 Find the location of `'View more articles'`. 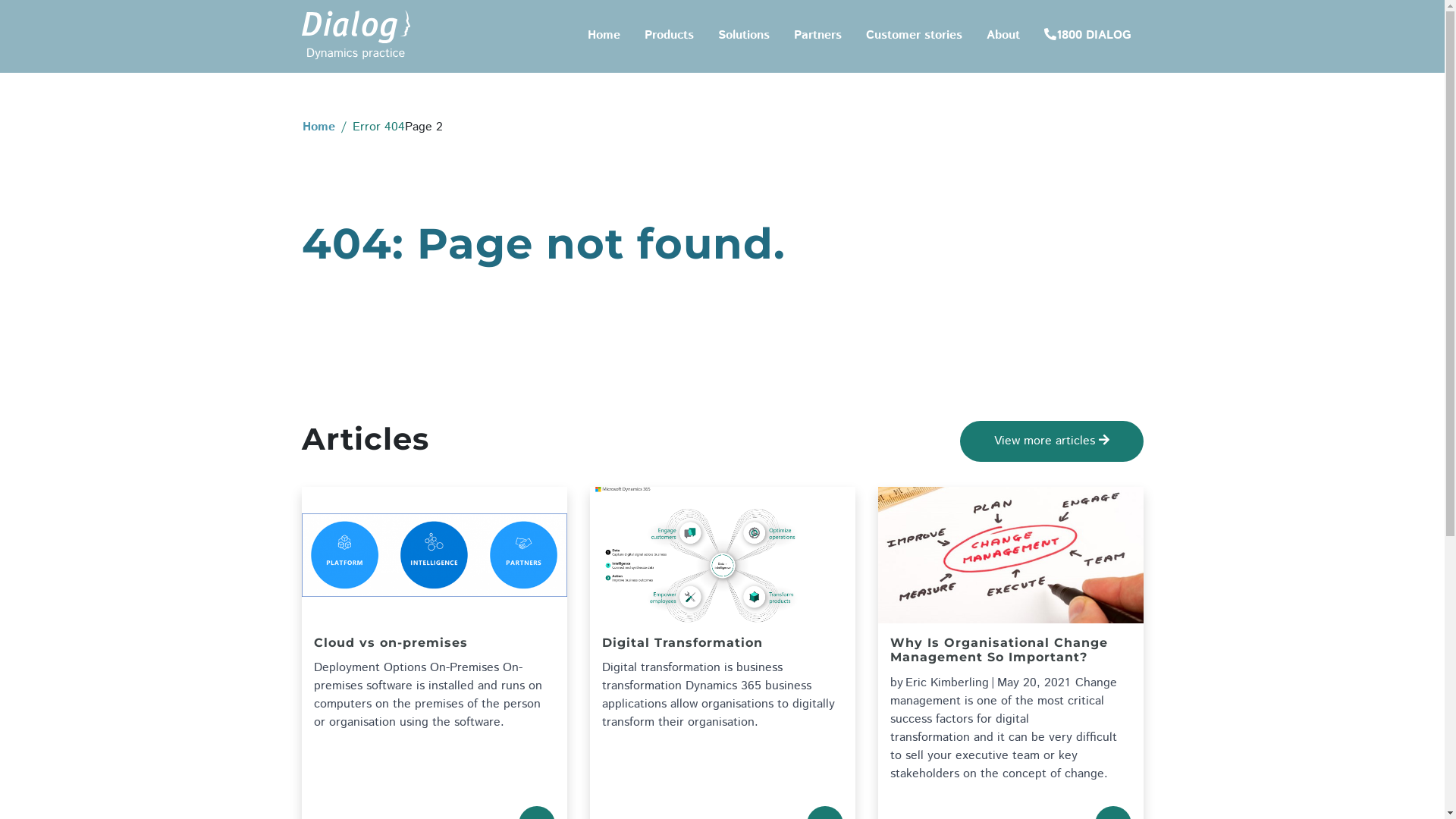

'View more articles' is located at coordinates (1051, 441).